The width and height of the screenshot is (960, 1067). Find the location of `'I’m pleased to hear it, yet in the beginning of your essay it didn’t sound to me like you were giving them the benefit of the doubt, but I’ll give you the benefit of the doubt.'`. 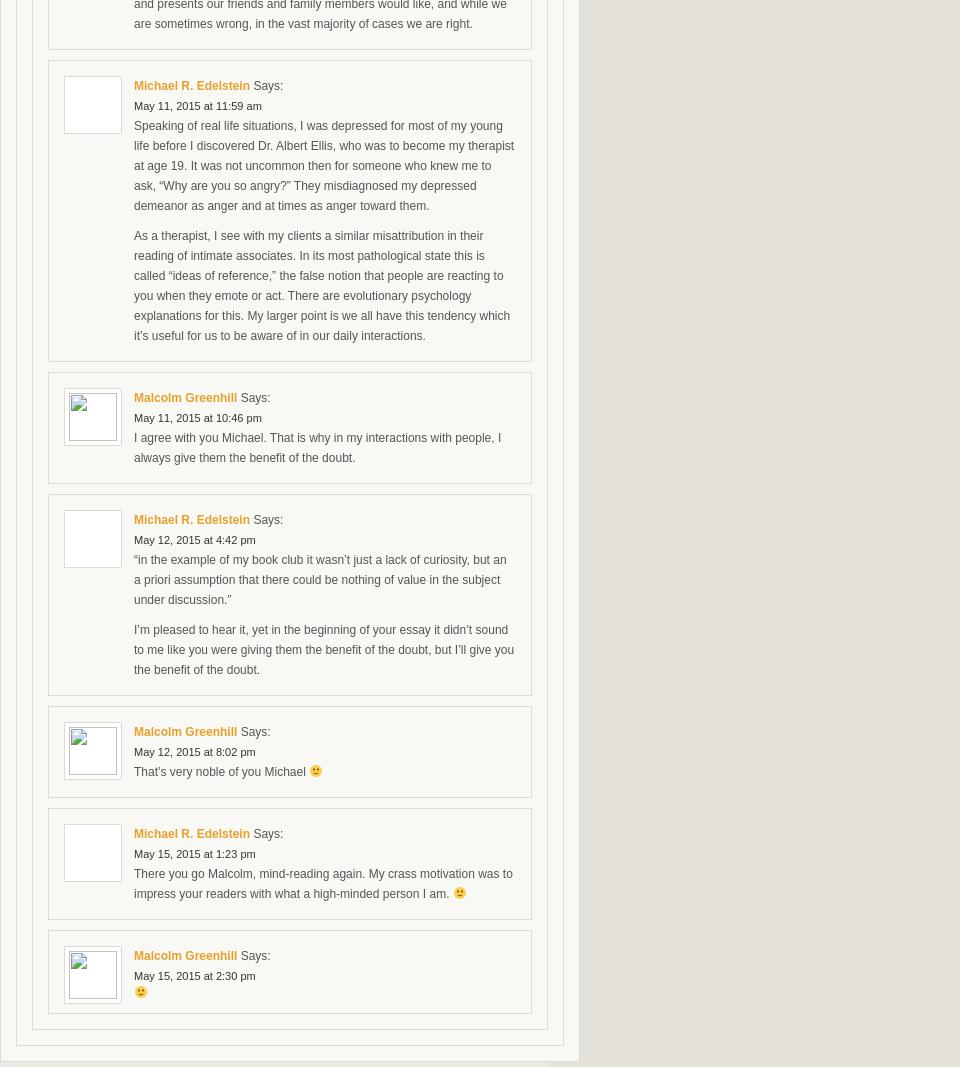

'I’m pleased to hear it, yet in the beginning of your essay it didn’t sound to me like you were giving them the benefit of the doubt, but I’ll give you the benefit of the doubt.' is located at coordinates (324, 650).